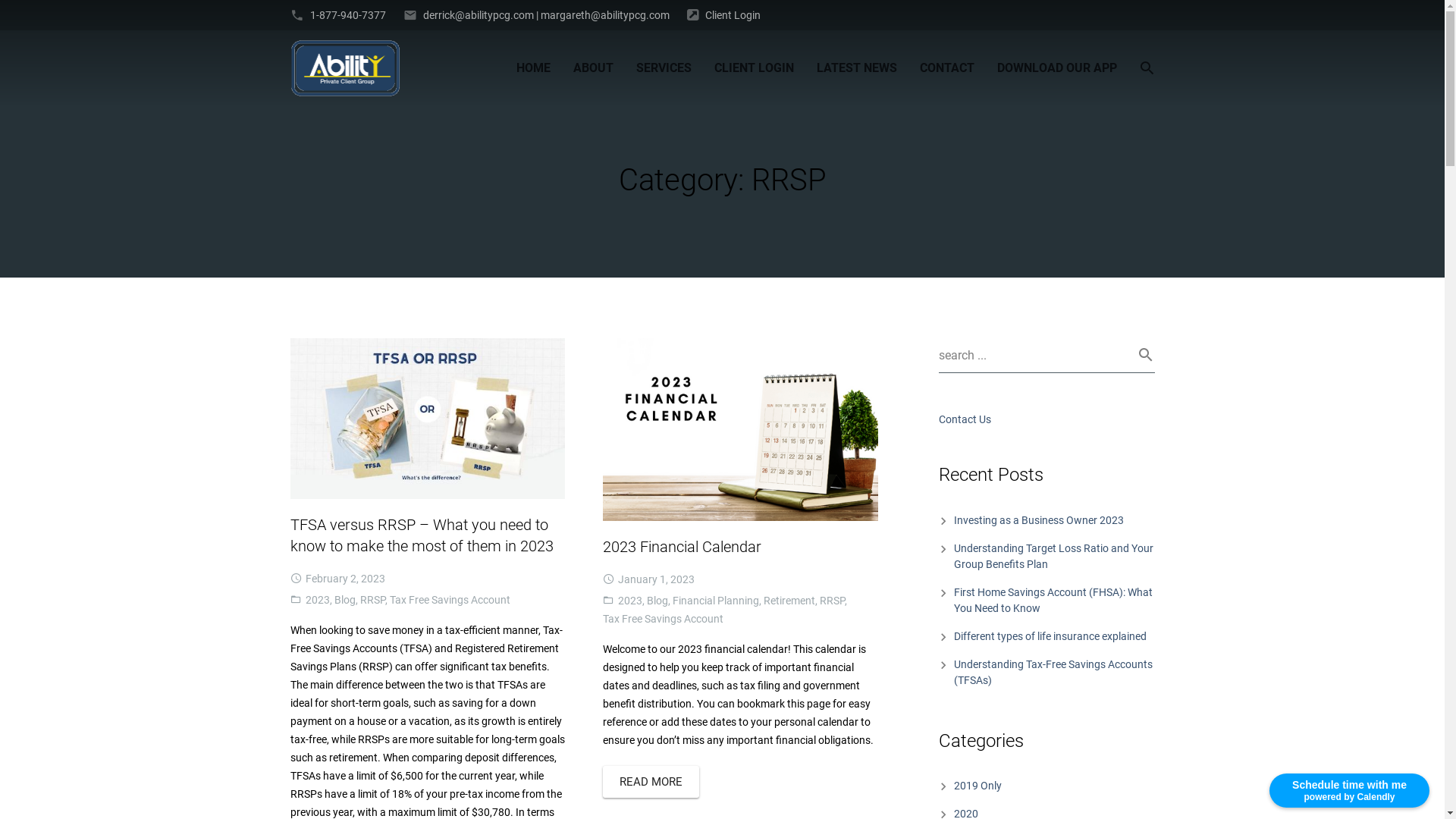 The height and width of the screenshot is (819, 1456). What do you see at coordinates (629, 599) in the screenshot?
I see `'2023'` at bounding box center [629, 599].